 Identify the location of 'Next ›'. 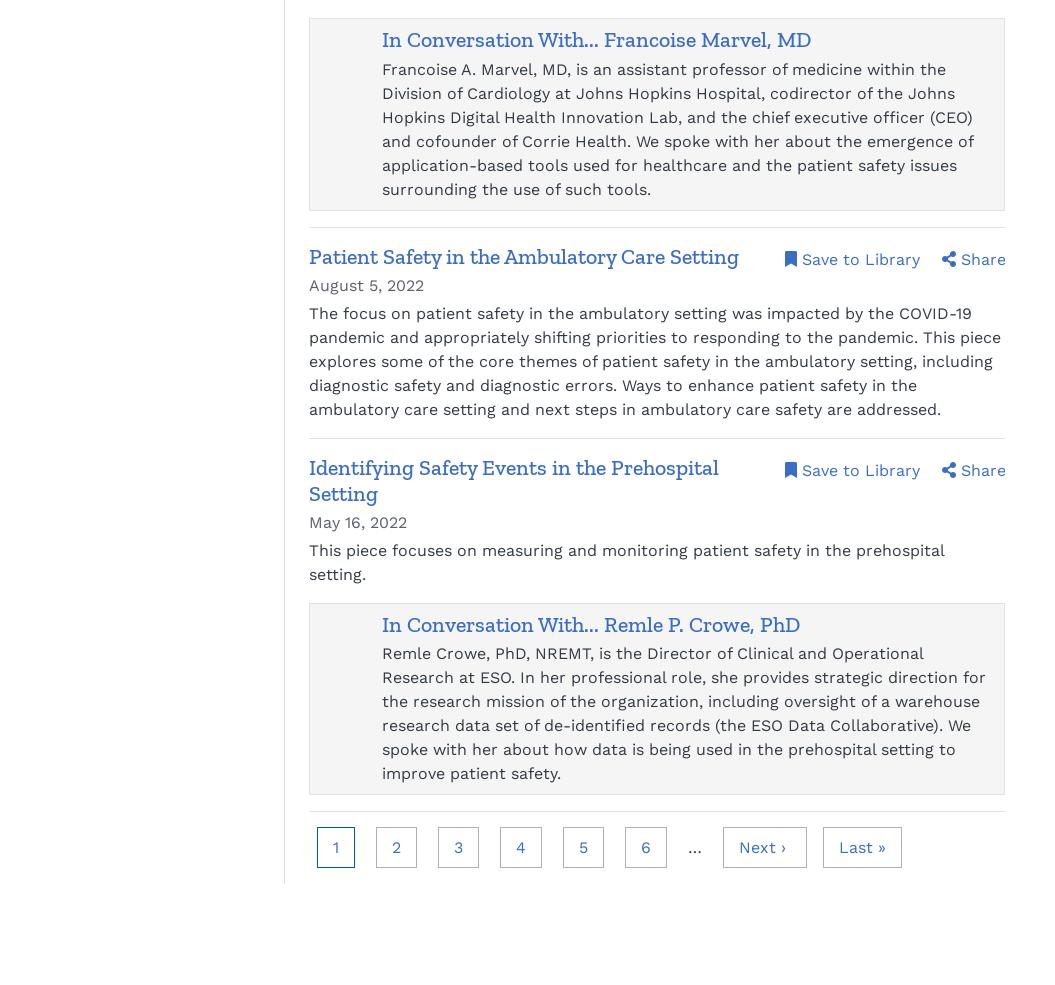
(762, 846).